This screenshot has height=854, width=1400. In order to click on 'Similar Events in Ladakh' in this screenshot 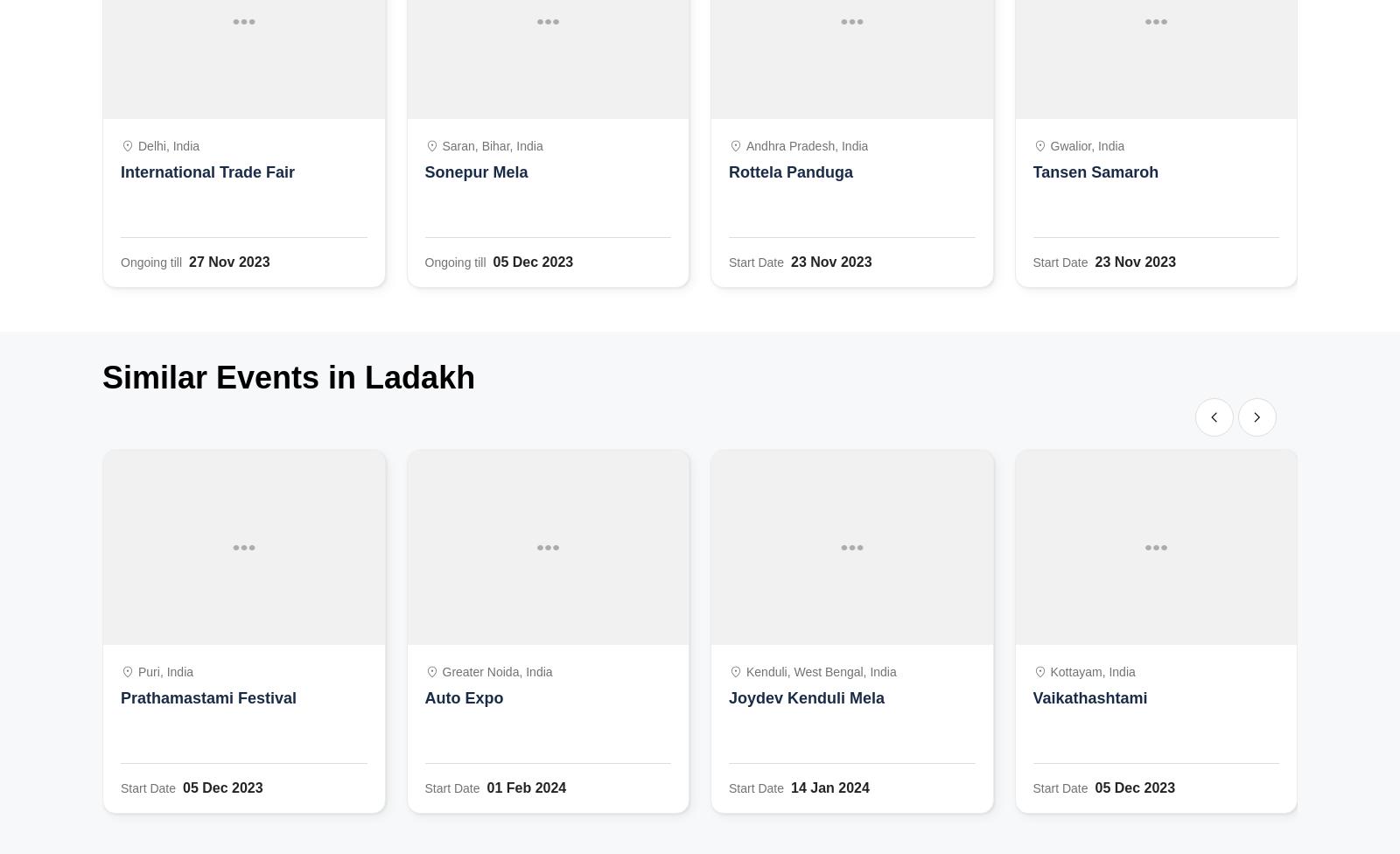, I will do `click(288, 376)`.